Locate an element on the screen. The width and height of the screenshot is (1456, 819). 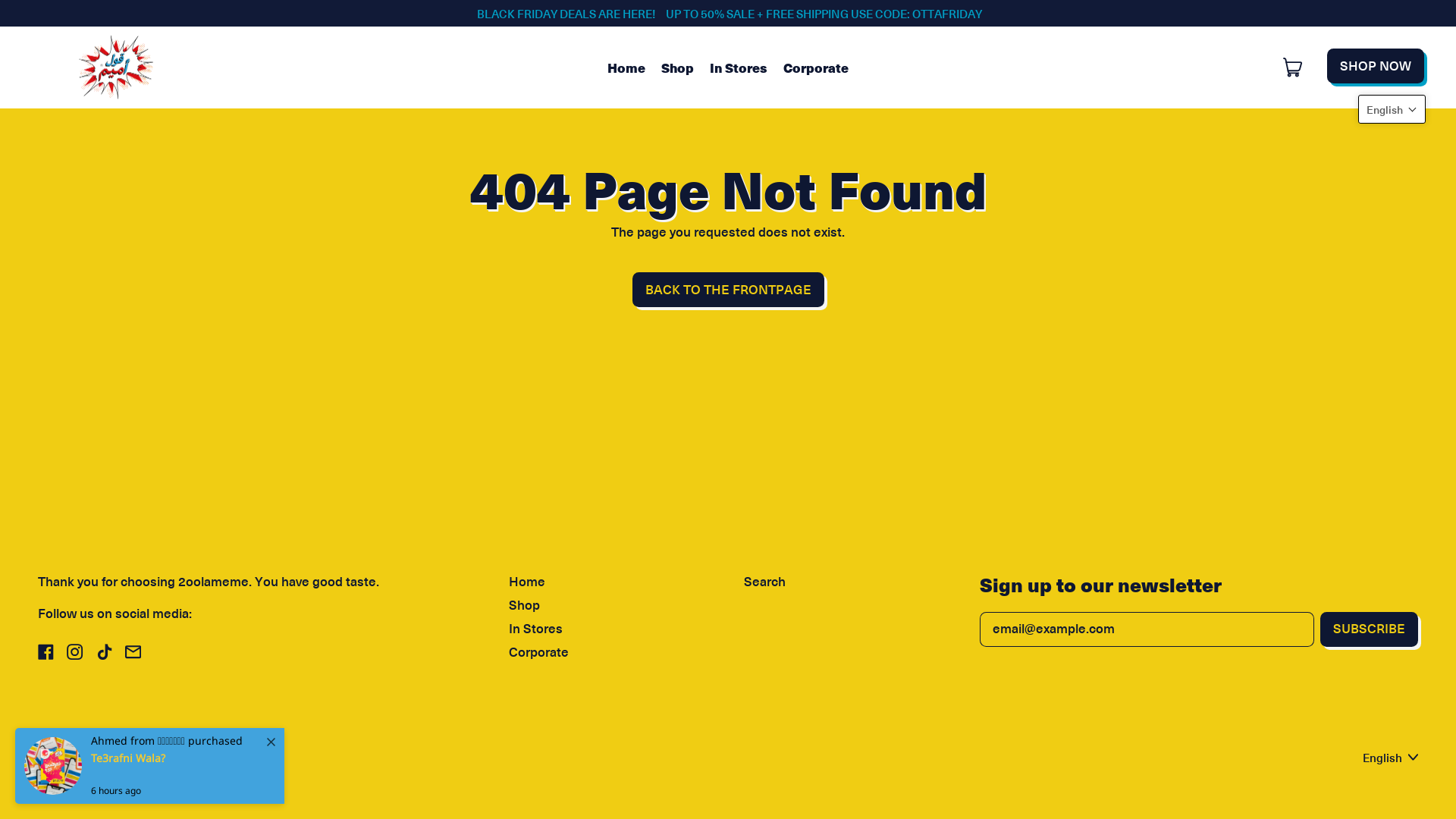
'SHOP NOW' is located at coordinates (1376, 65).